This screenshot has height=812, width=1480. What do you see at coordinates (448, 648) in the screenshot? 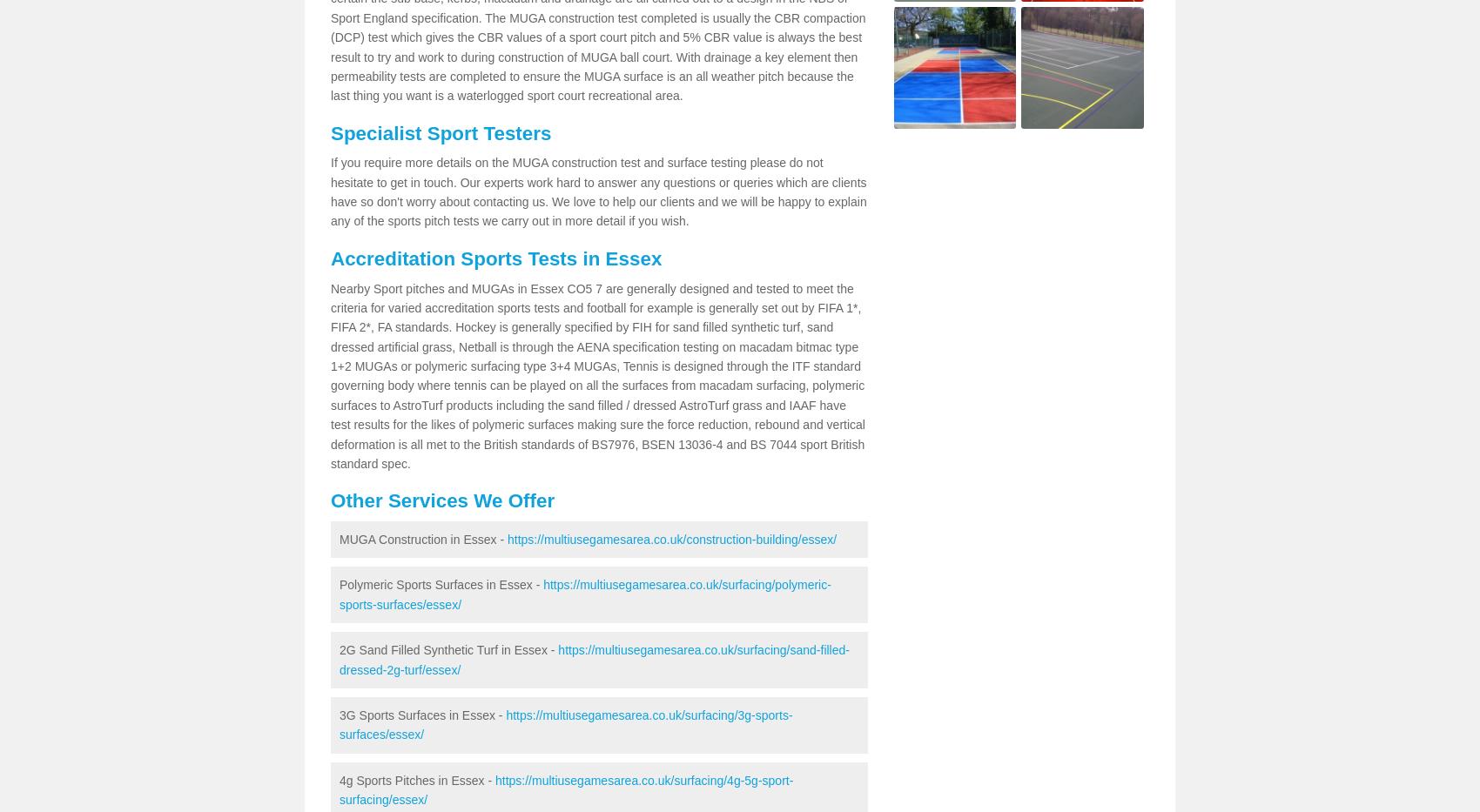
I see `'2G Sand Filled Synthetic Turf in Essex -'` at bounding box center [448, 648].